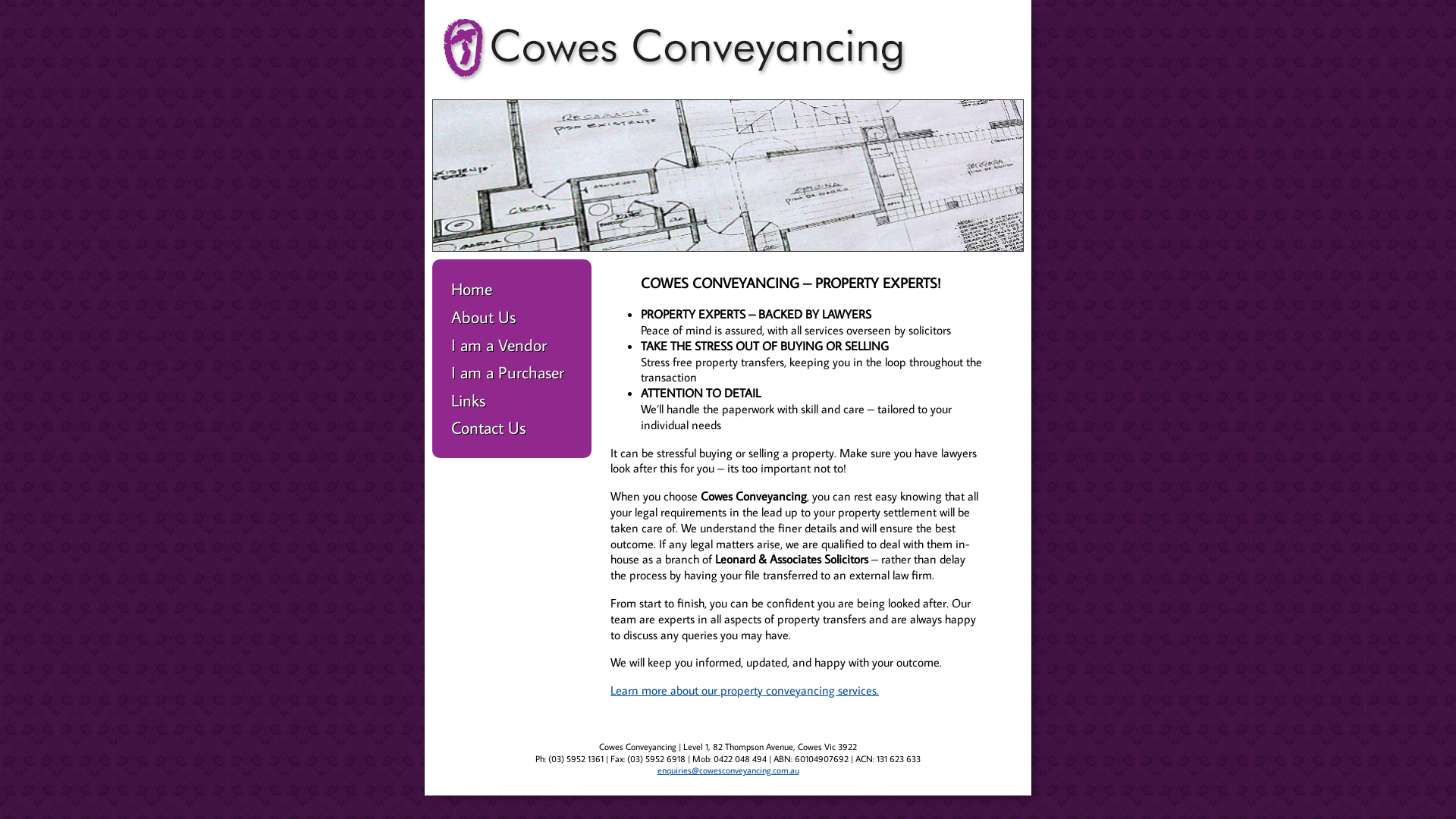 The height and width of the screenshot is (819, 1456). What do you see at coordinates (512, 316) in the screenshot?
I see `'About Us'` at bounding box center [512, 316].